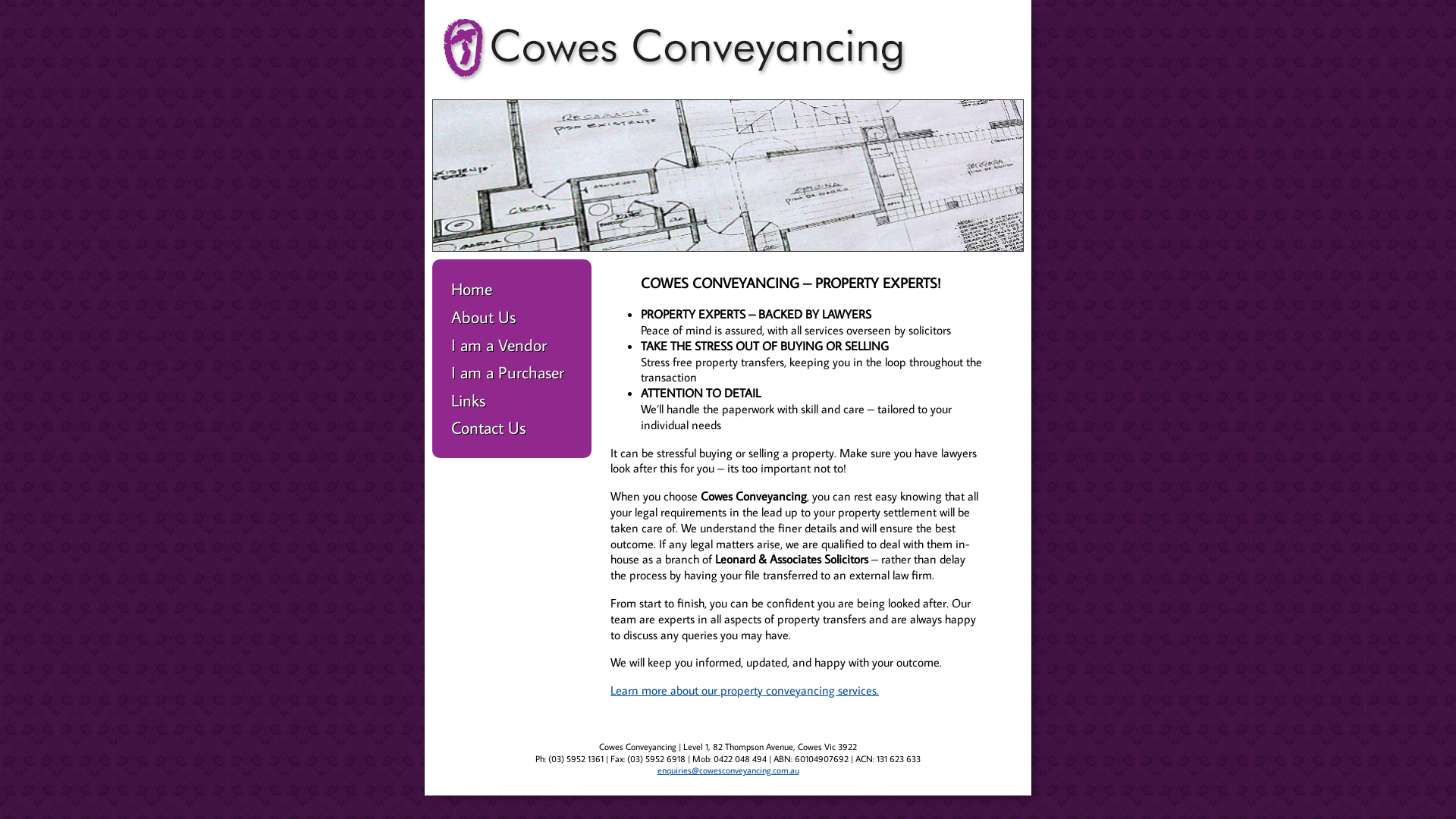 The height and width of the screenshot is (819, 1456). What do you see at coordinates (512, 316) in the screenshot?
I see `'About Us'` at bounding box center [512, 316].